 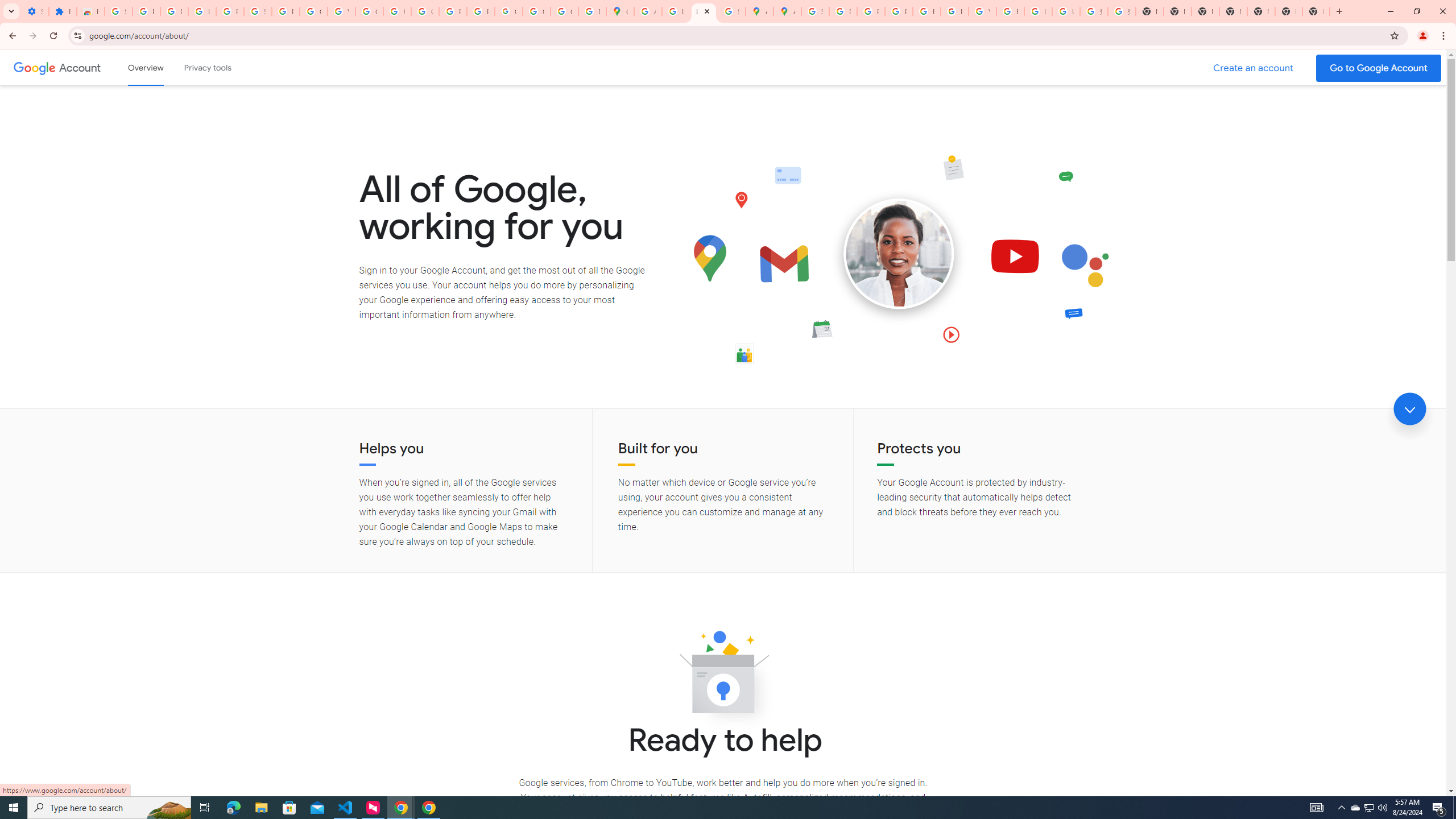 I want to click on 'Jump link', so click(x=1409, y=409).